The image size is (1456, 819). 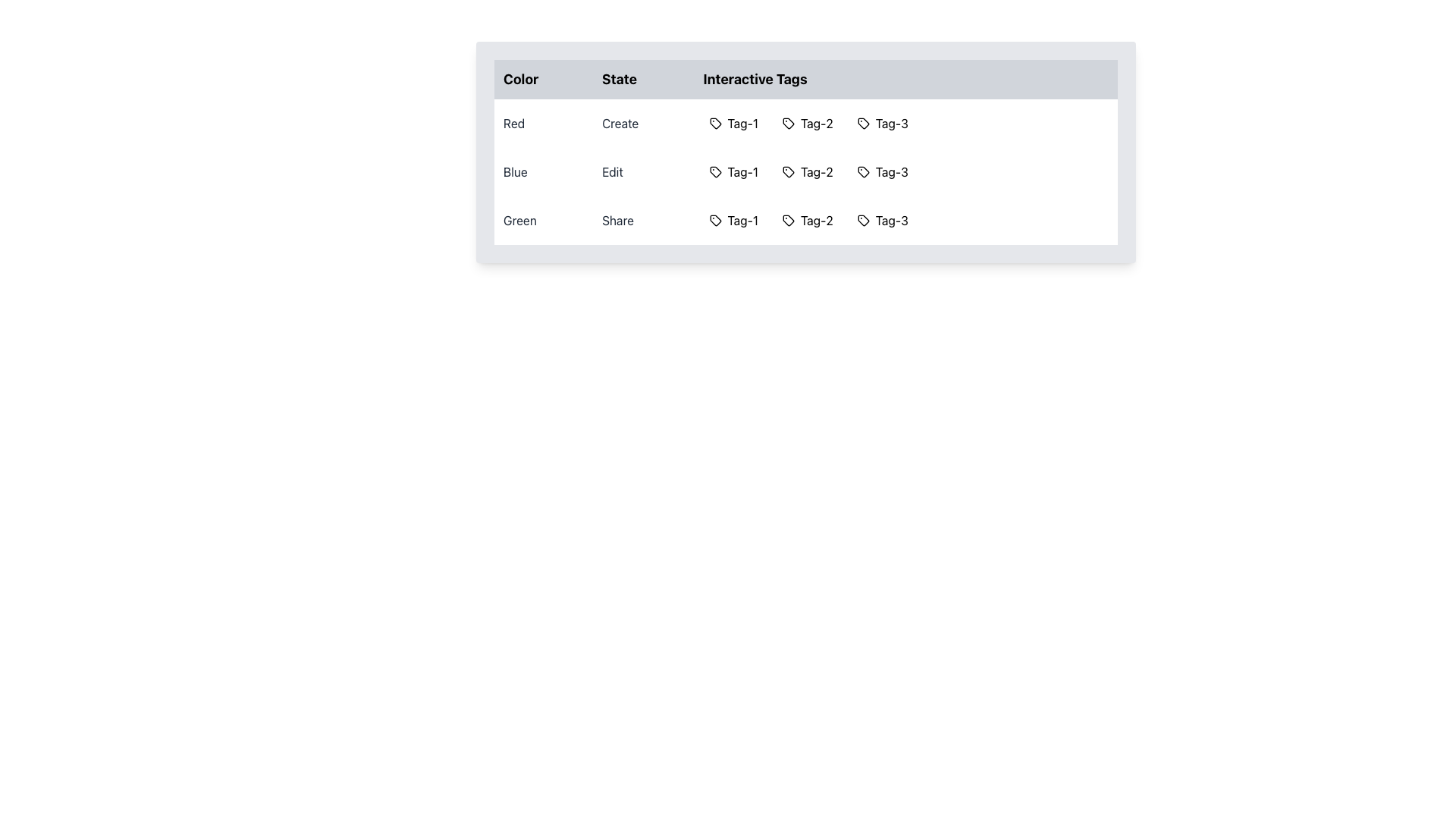 I want to click on the 'Tag-3' icon, which resembles a blue outlined tag with a filled circle, located under the 'Edit' state in the 'Interactive Tags' column, so click(x=862, y=171).